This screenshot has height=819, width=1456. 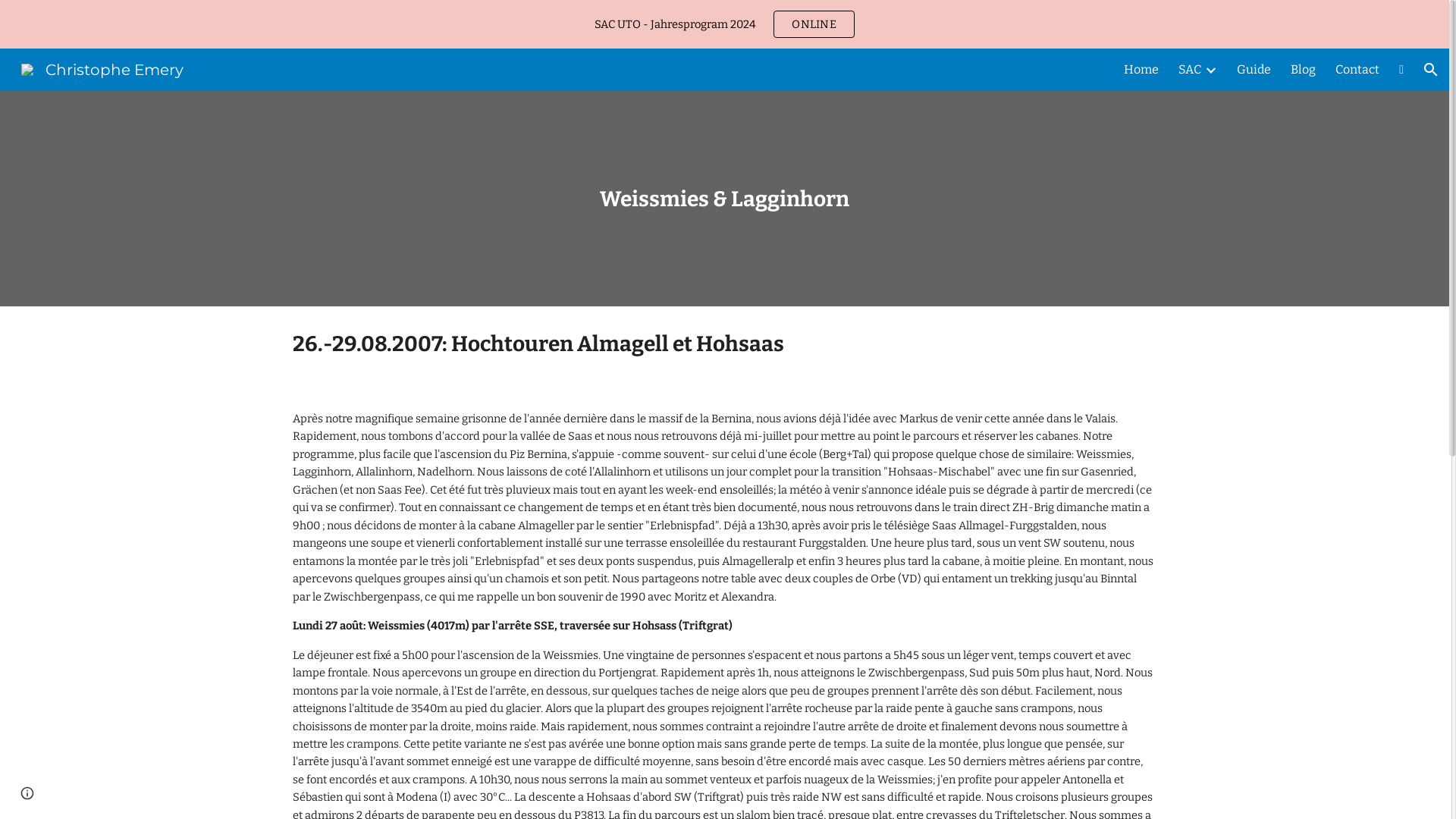 I want to click on 'ONLINE', so click(x=813, y=24).